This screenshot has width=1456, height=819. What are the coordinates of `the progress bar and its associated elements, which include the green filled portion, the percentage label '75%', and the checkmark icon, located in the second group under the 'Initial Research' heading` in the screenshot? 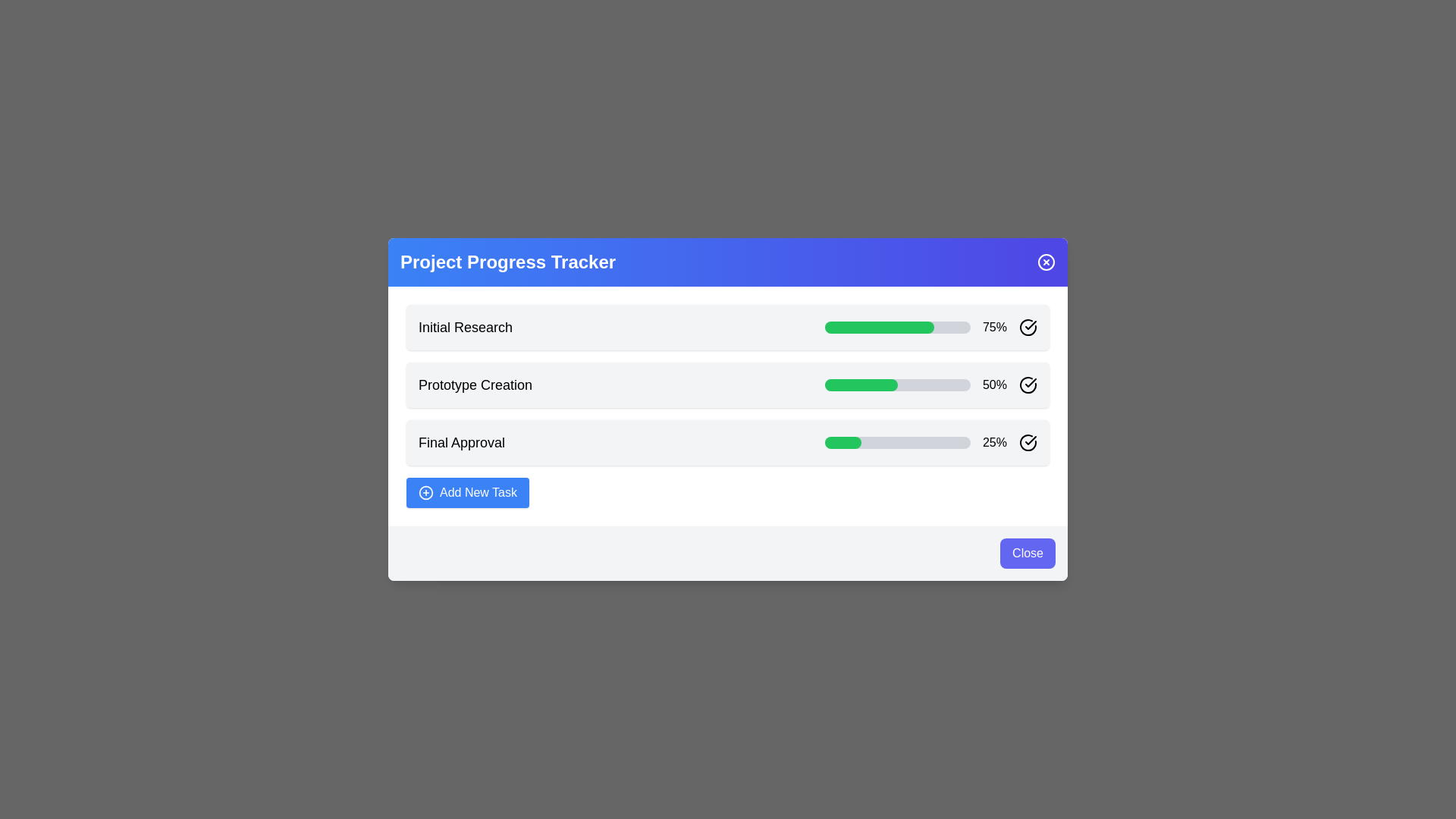 It's located at (930, 327).